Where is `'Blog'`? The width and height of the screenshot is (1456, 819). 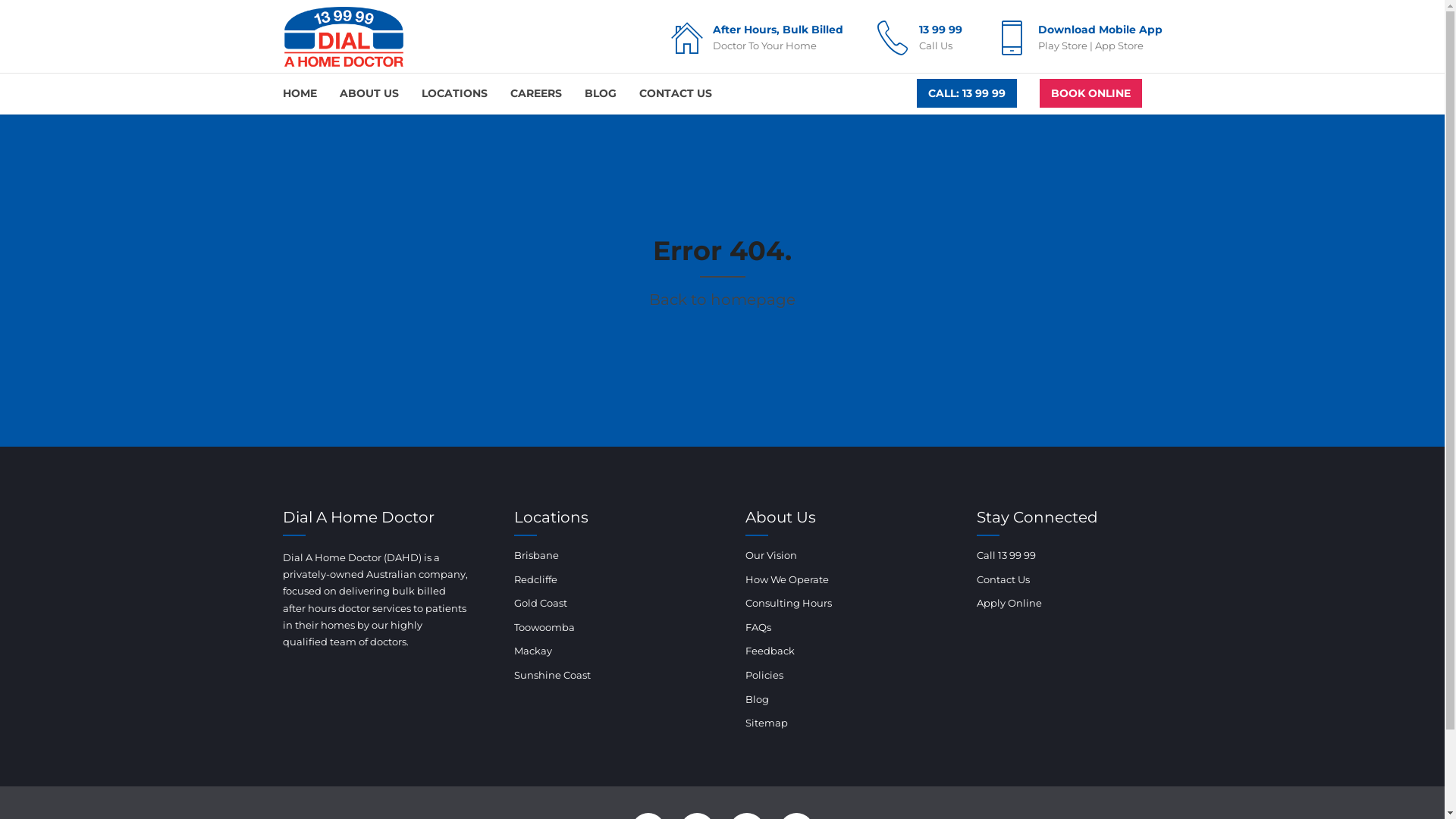
'Blog' is located at coordinates (756, 698).